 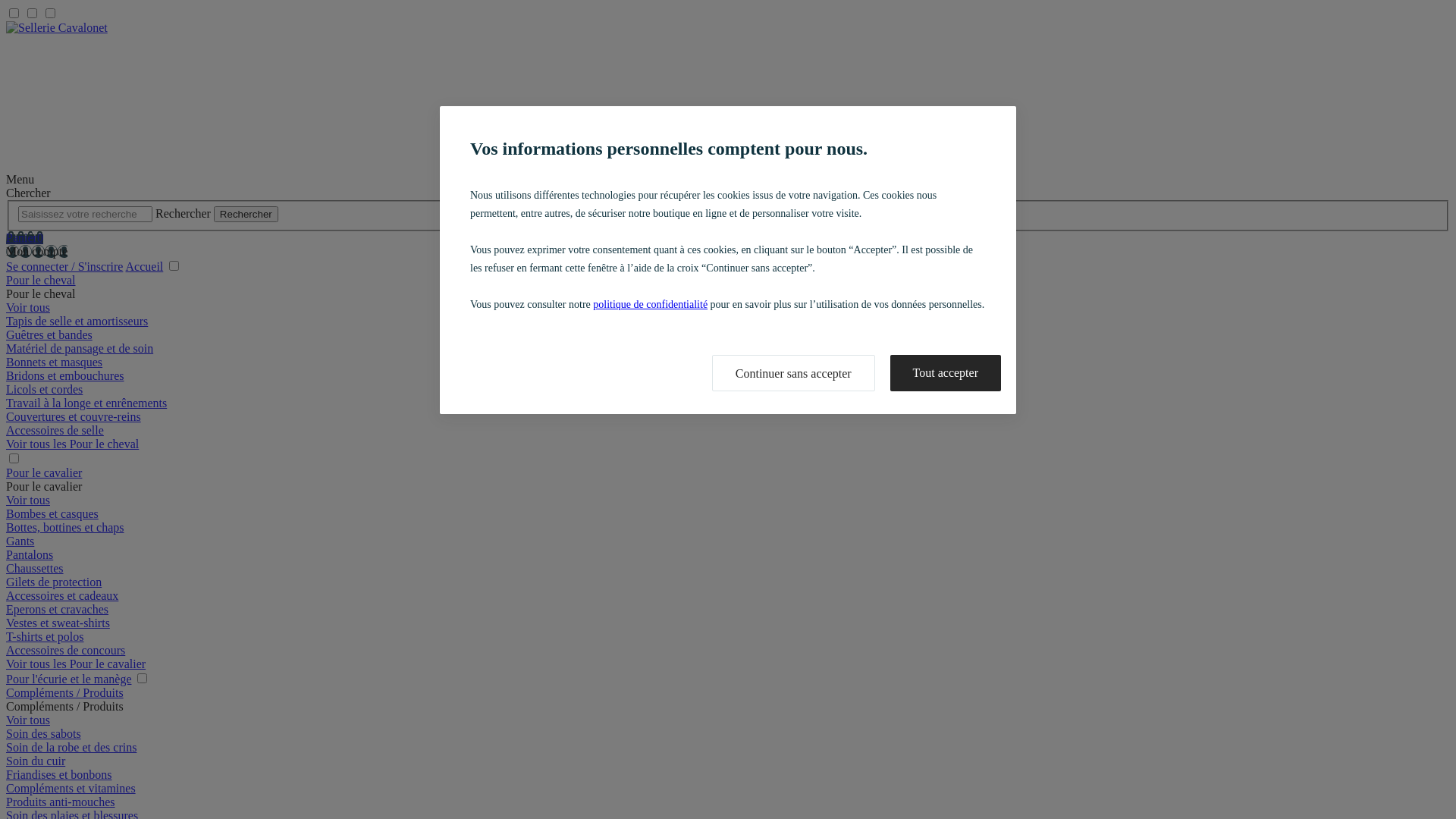 I want to click on 'T-shirts et polos', so click(x=45, y=636).